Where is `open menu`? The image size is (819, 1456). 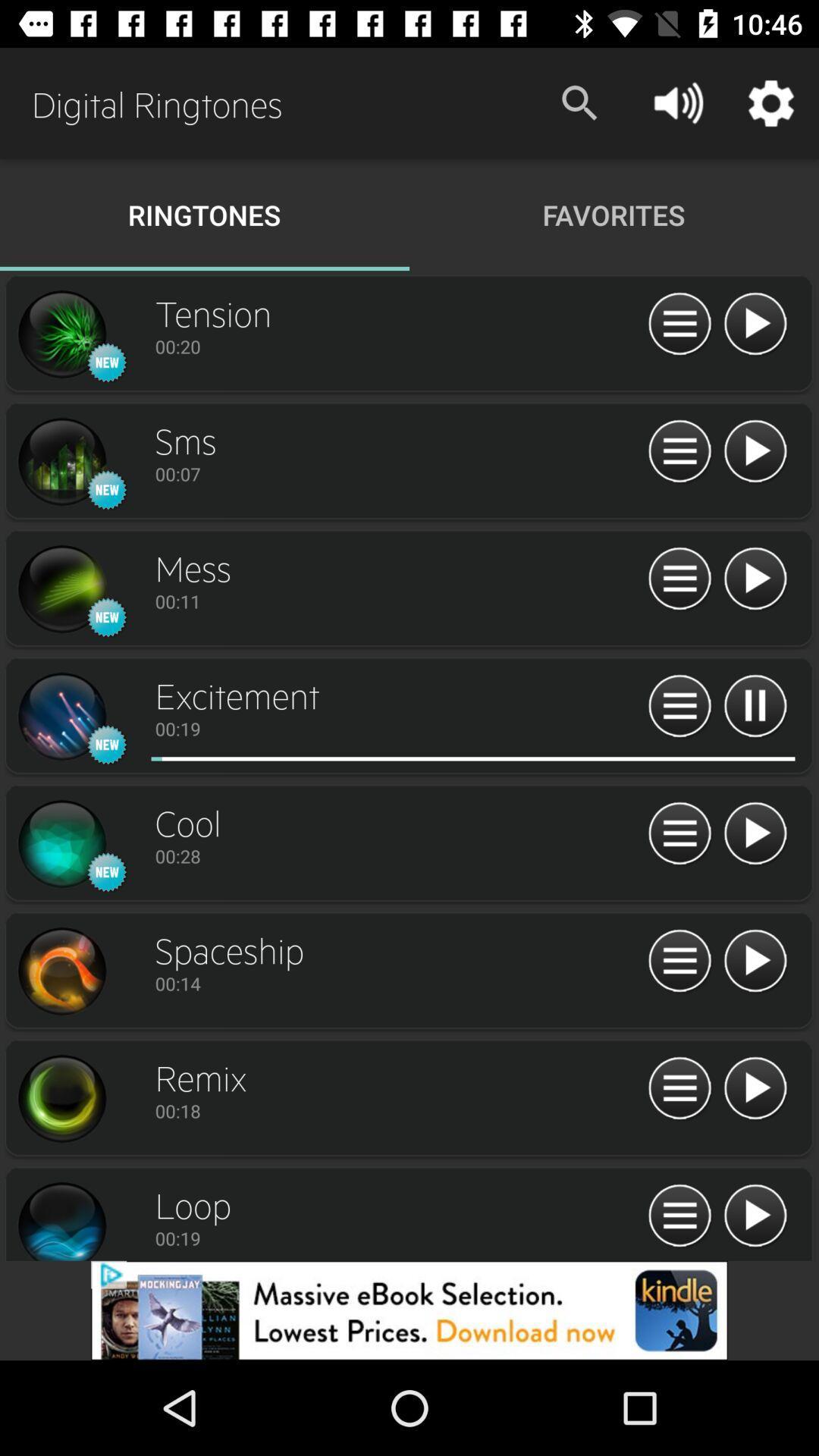
open menu is located at coordinates (679, 961).